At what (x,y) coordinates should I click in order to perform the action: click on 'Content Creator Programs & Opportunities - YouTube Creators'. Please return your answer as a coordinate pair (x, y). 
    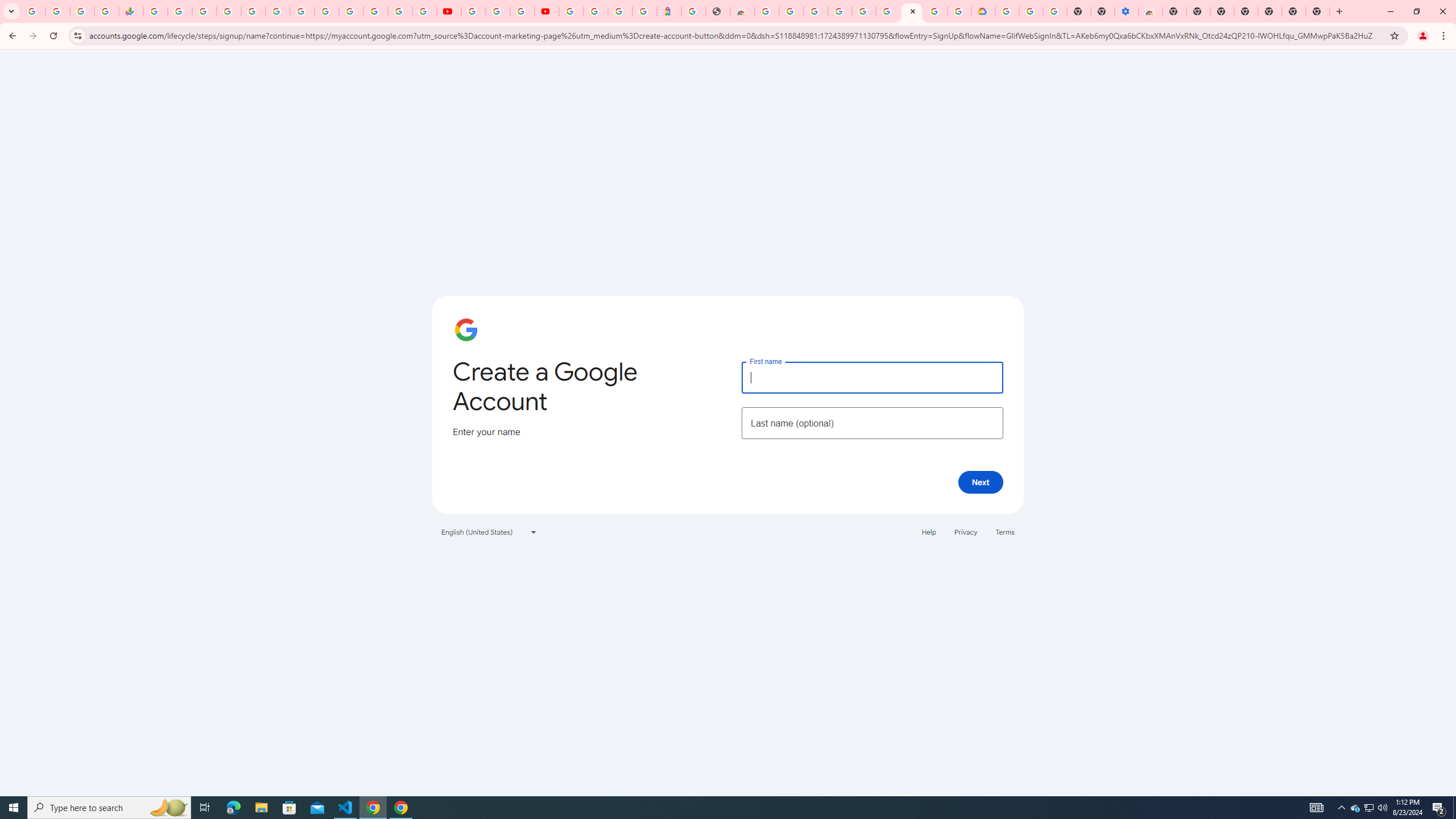
    Looking at the image, I should click on (547, 11).